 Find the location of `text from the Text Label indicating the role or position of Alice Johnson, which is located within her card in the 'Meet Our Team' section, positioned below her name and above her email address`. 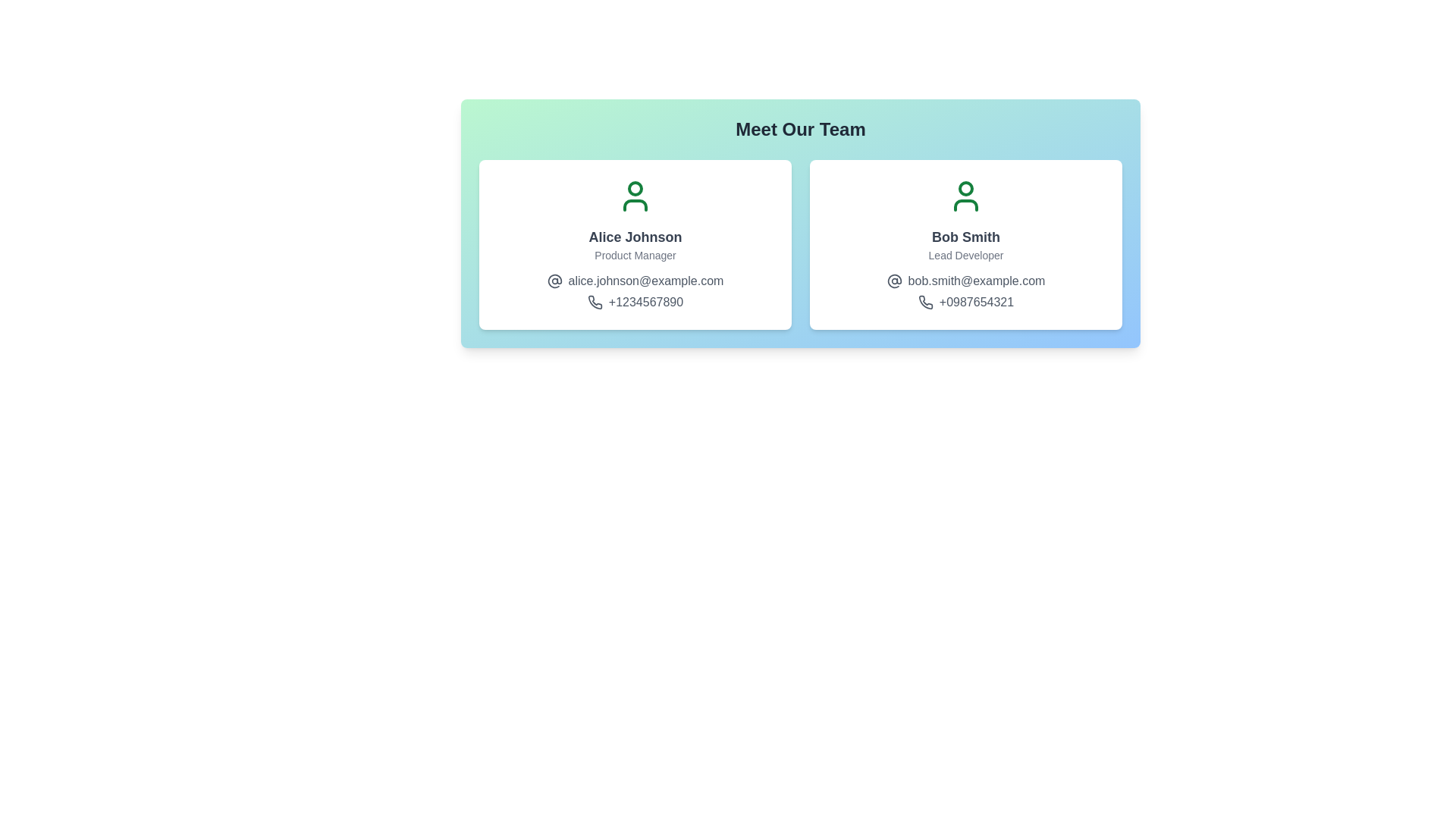

text from the Text Label indicating the role or position of Alice Johnson, which is located within her card in the 'Meet Our Team' section, positioned below her name and above her email address is located at coordinates (635, 254).